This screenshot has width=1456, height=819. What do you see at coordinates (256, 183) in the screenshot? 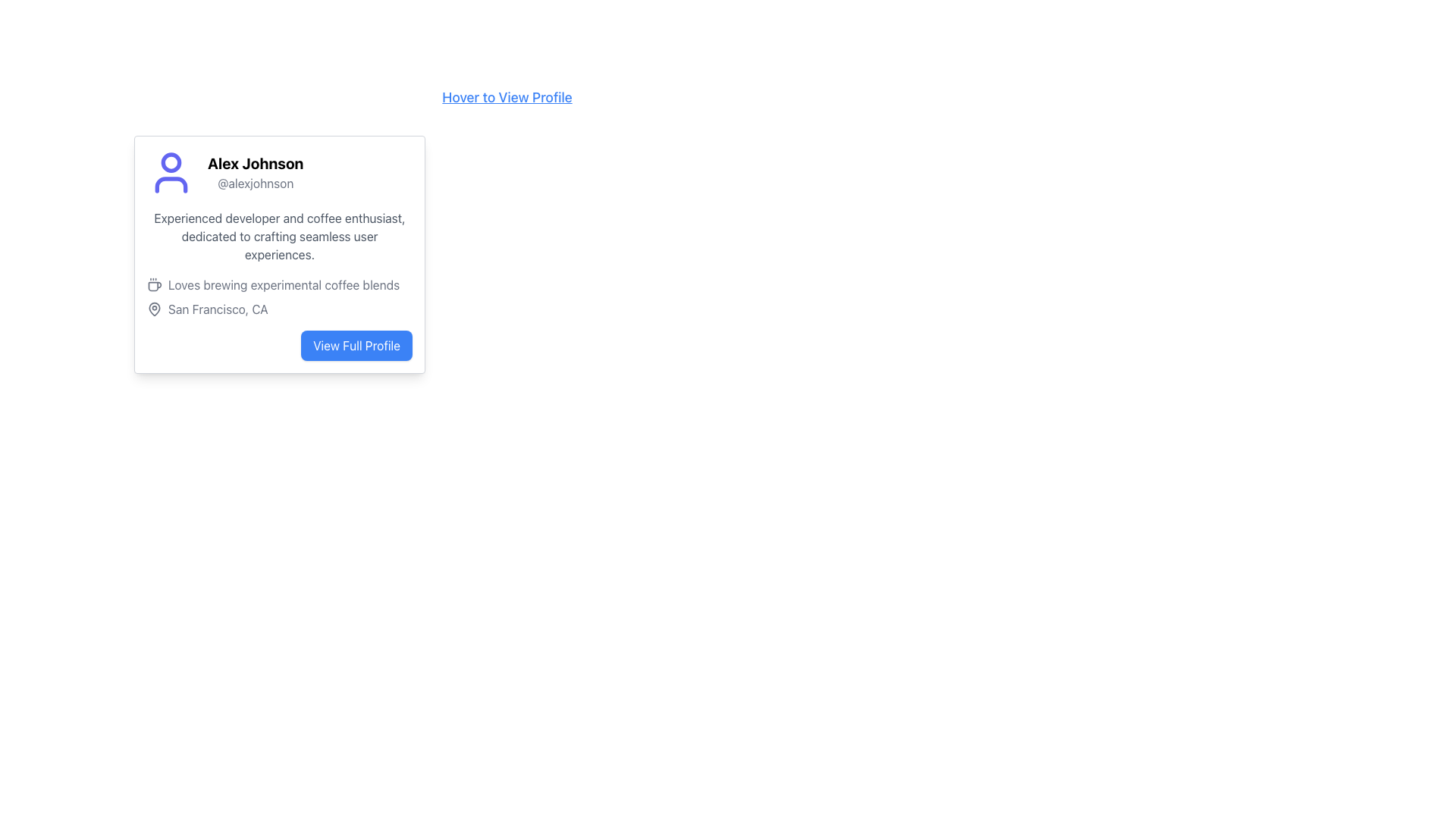
I see `the Text label displaying the username or handle of the individual named in the profile card, positioned below 'Alex Johnson' and above the description text` at bounding box center [256, 183].